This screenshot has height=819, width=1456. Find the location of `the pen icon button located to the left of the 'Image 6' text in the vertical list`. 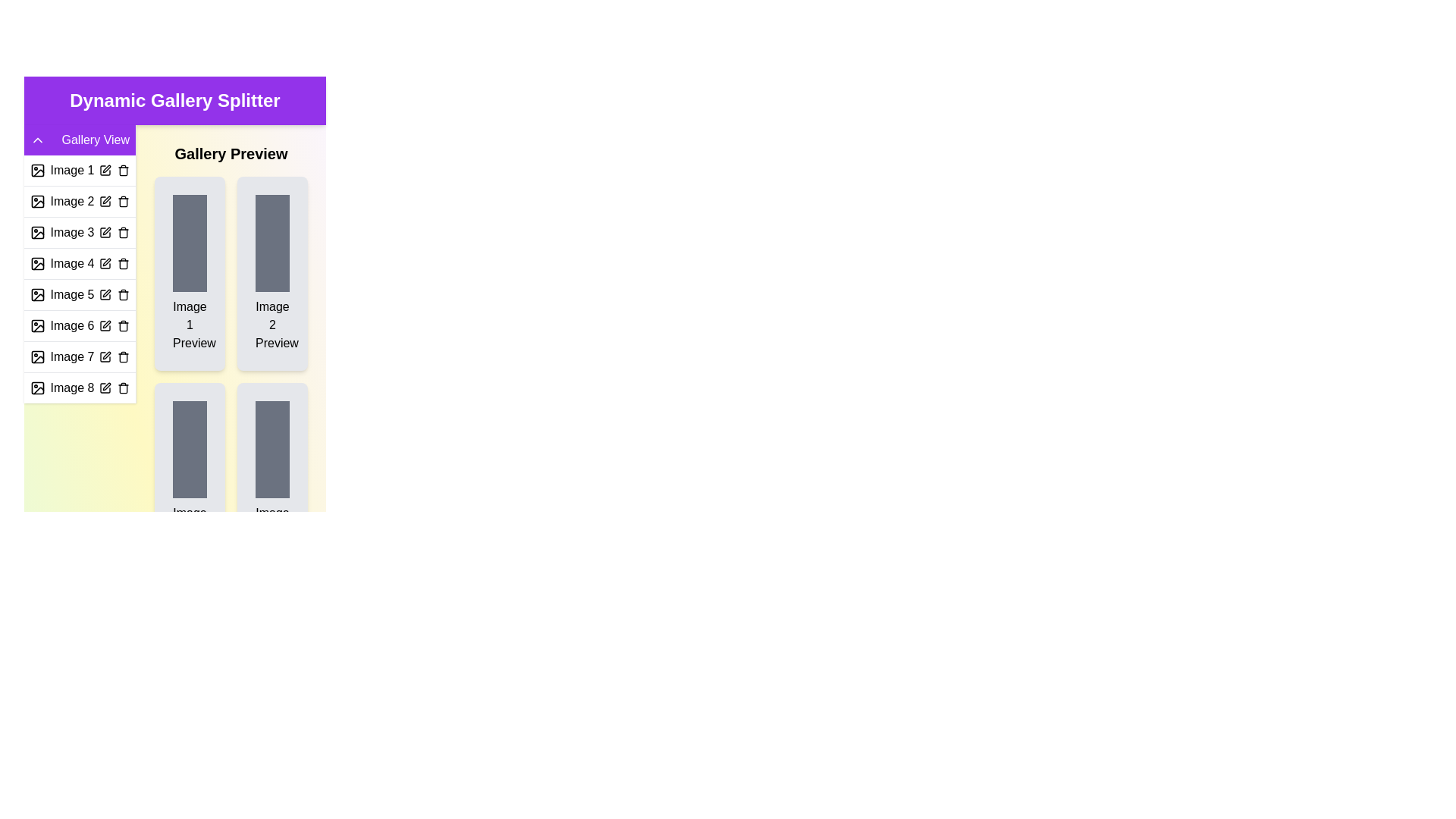

the pen icon button located to the left of the 'Image 6' text in the vertical list is located at coordinates (105, 325).